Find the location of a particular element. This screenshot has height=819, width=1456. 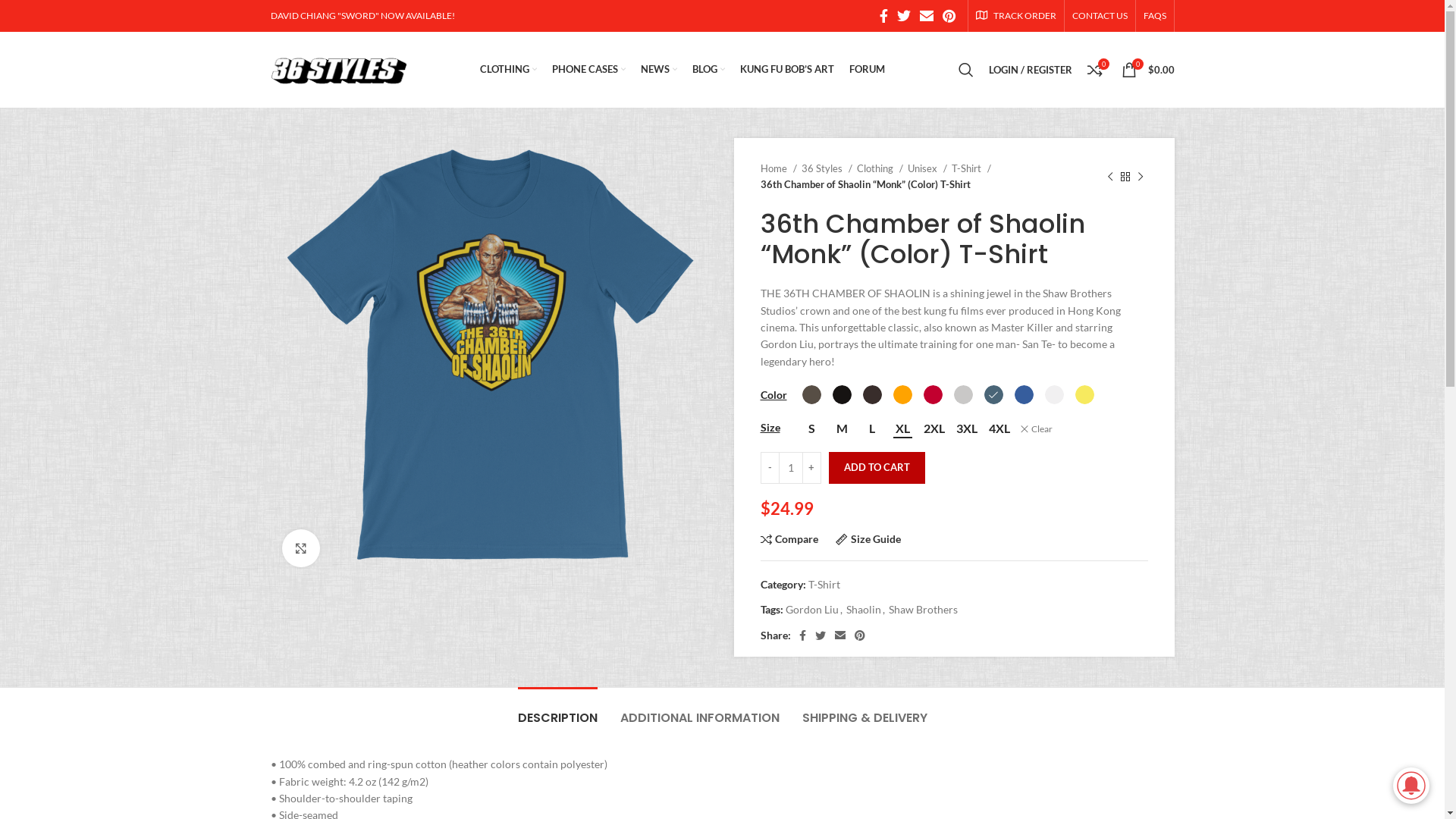

'mockup-dc92fbd9.png' is located at coordinates (490, 356).